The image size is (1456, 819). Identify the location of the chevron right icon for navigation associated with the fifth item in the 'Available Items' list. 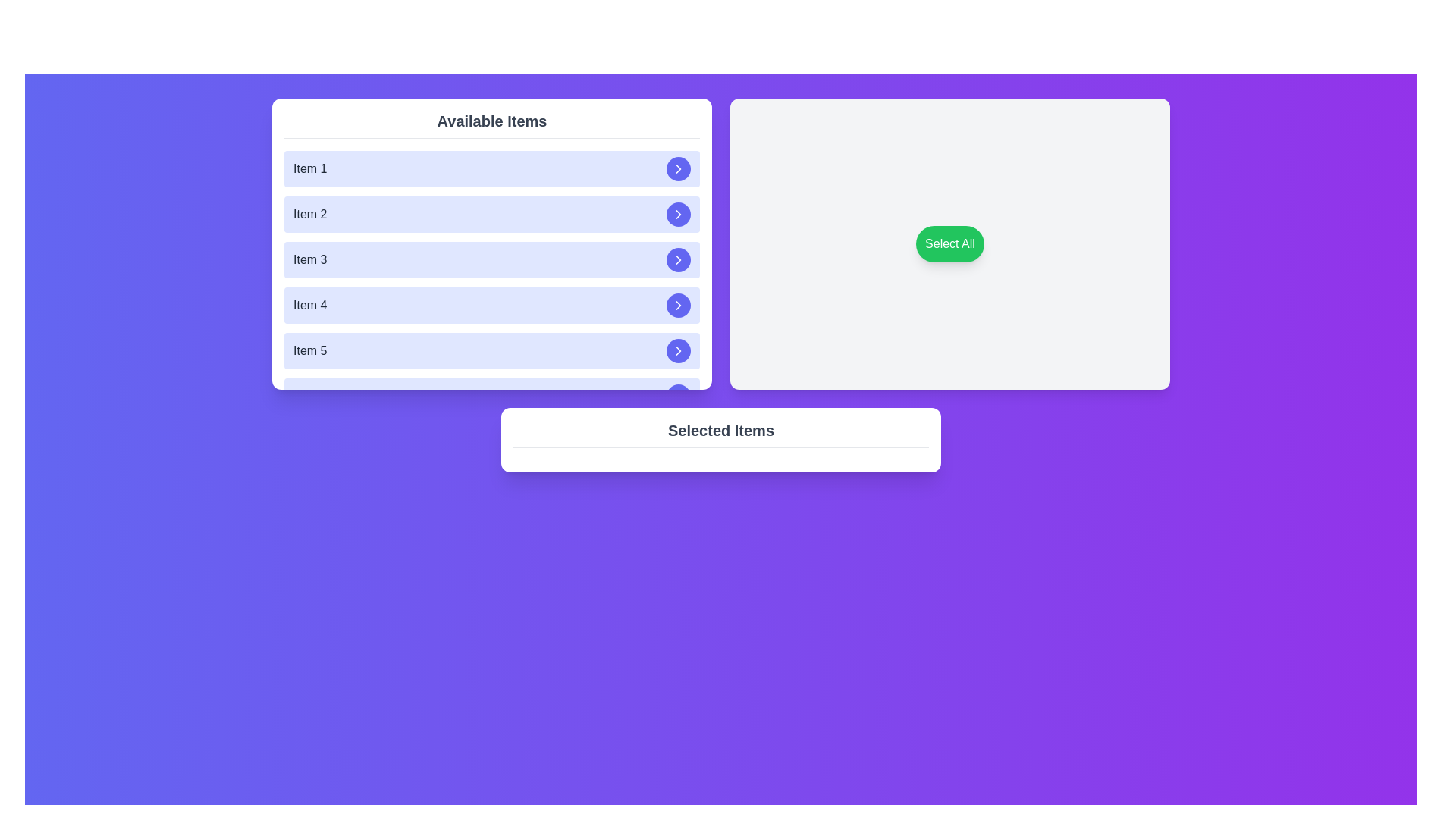
(677, 350).